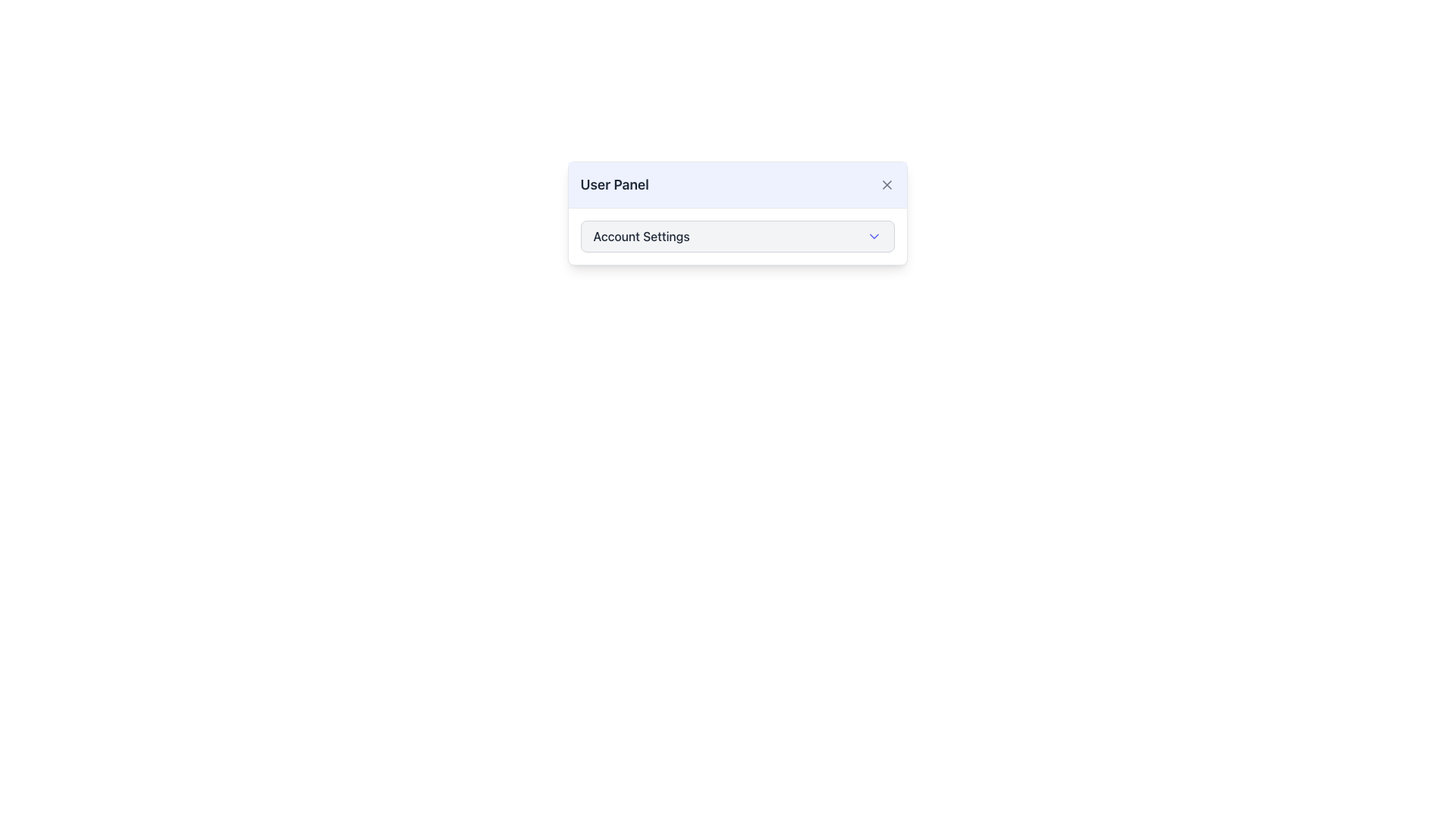 The width and height of the screenshot is (1456, 819). Describe the element at coordinates (874, 237) in the screenshot. I see `the Dropdown indicator (chevron icon) located at the right end of the 'Account Settings' label` at that location.